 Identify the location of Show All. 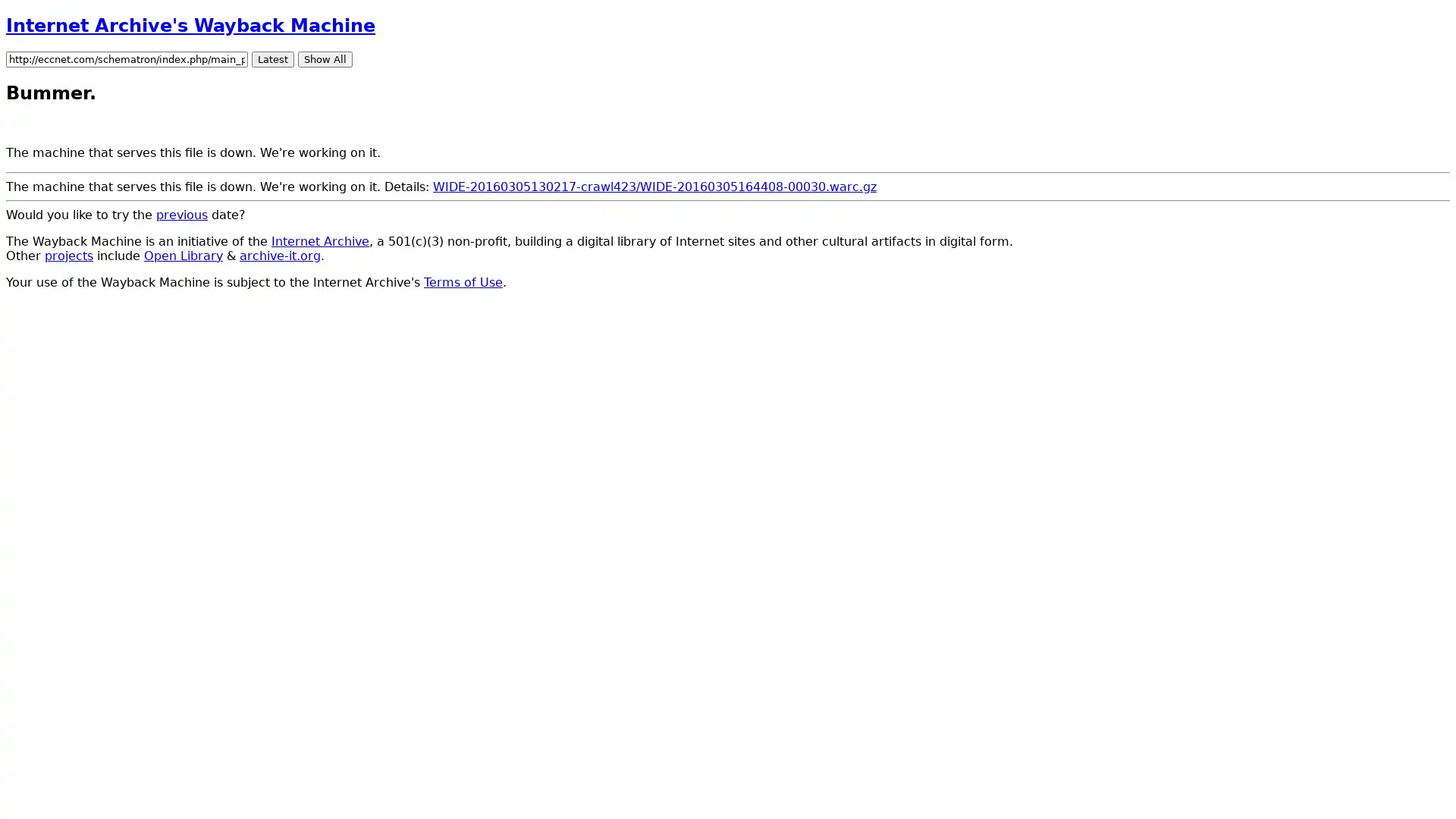
(324, 58).